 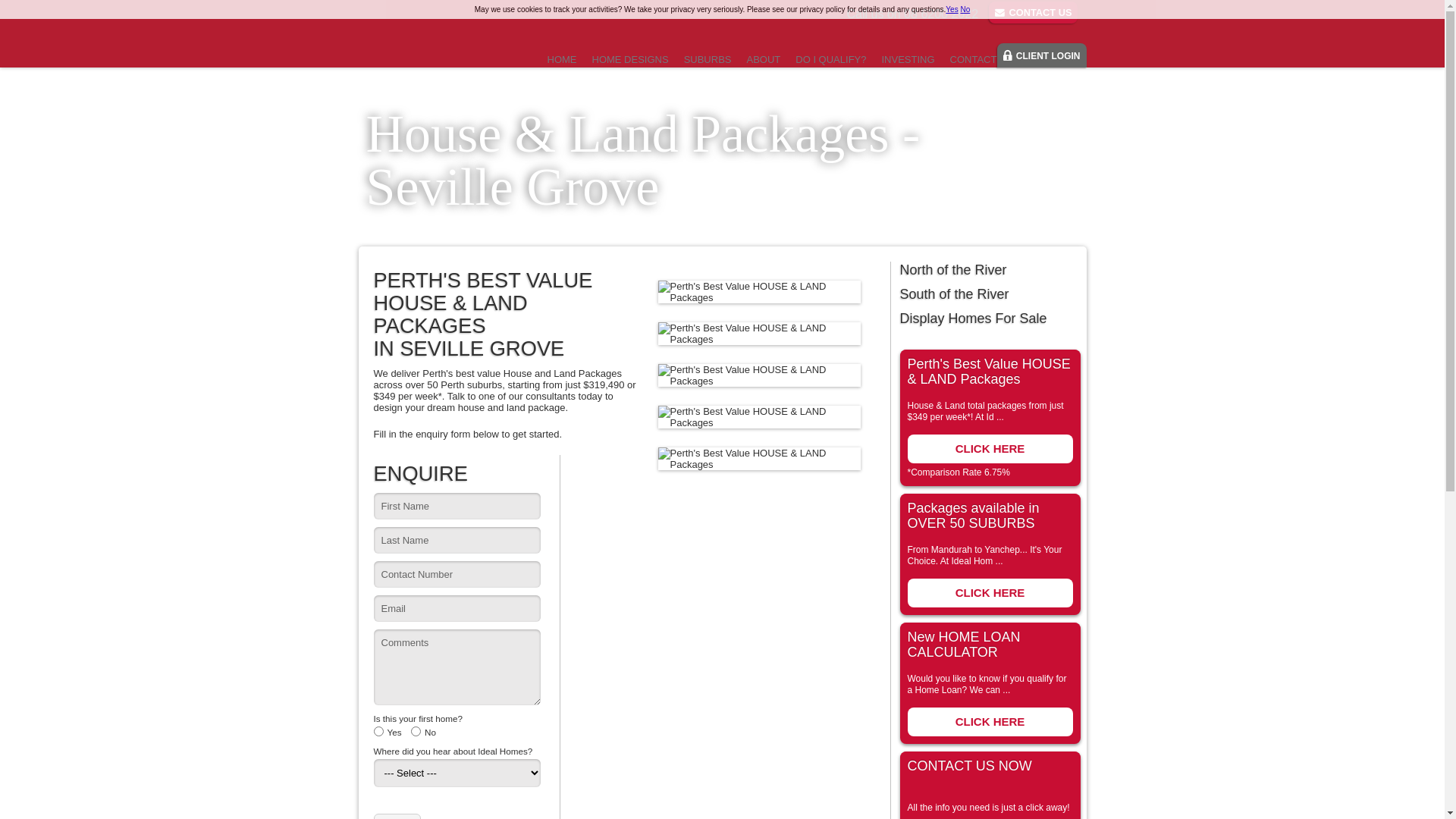 What do you see at coordinates (989, 318) in the screenshot?
I see `'Display Homes For Sale'` at bounding box center [989, 318].